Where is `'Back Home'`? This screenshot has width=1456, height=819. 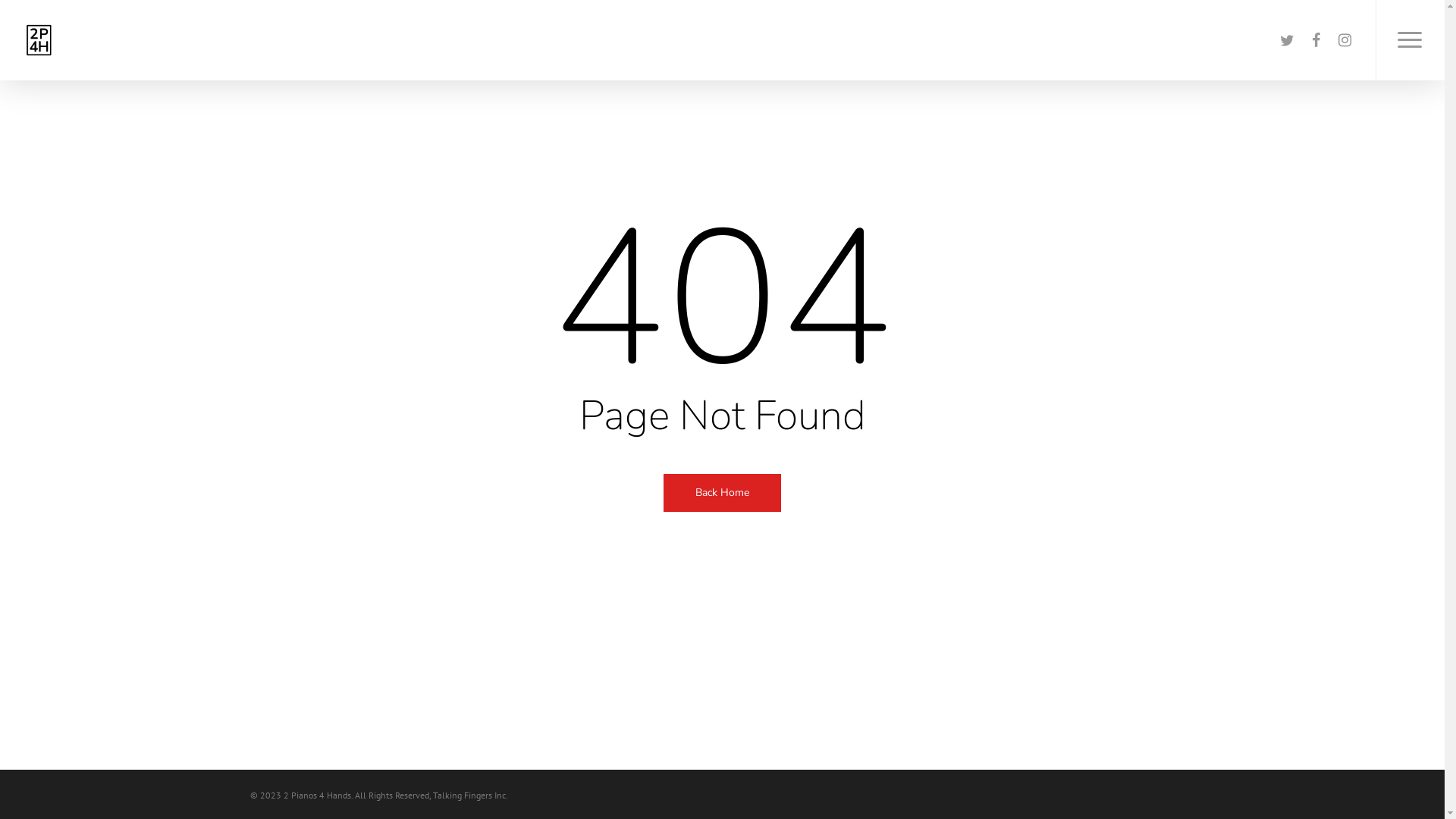 'Back Home' is located at coordinates (663, 491).